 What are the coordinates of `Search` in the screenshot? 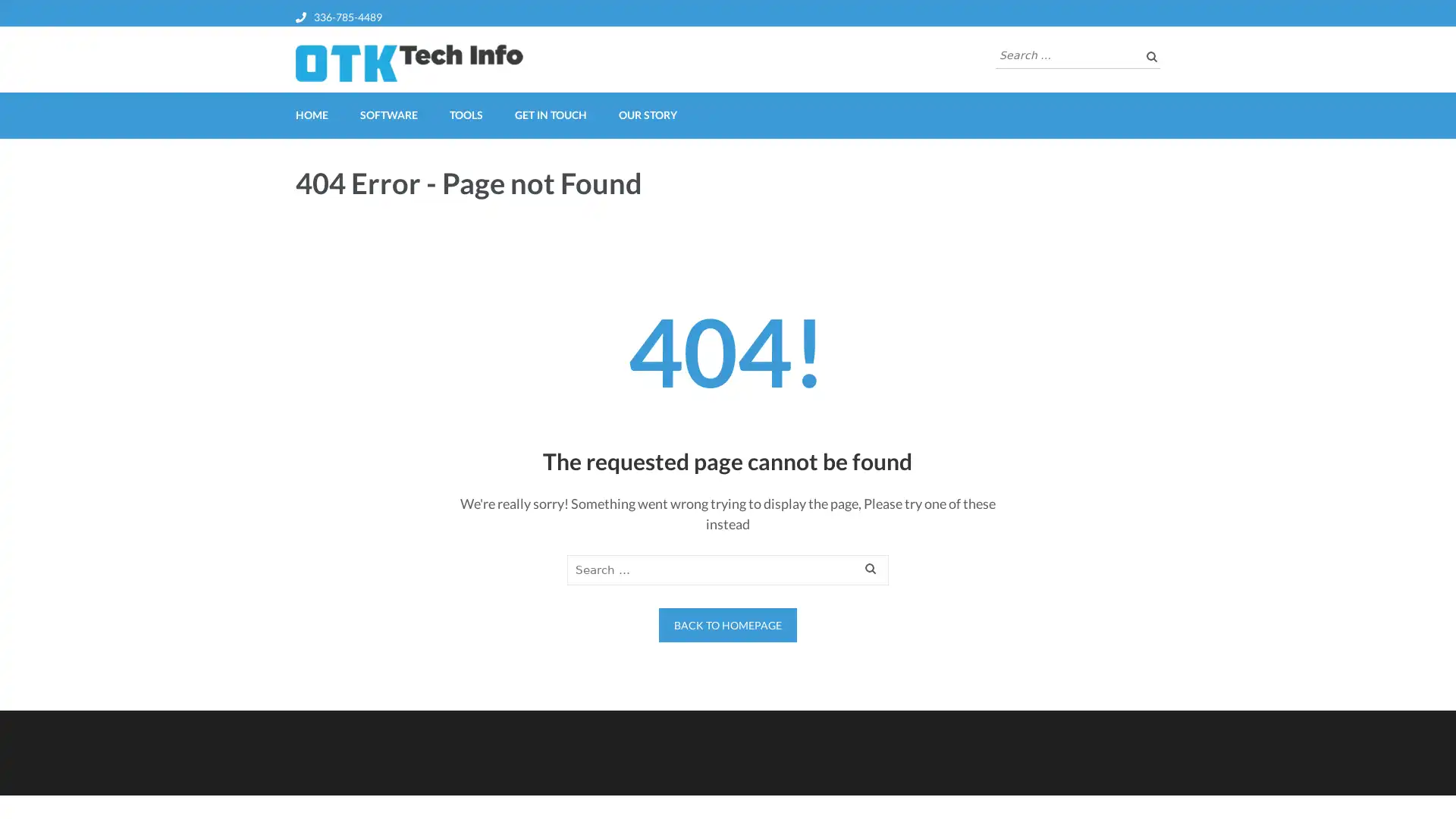 It's located at (1149, 55).